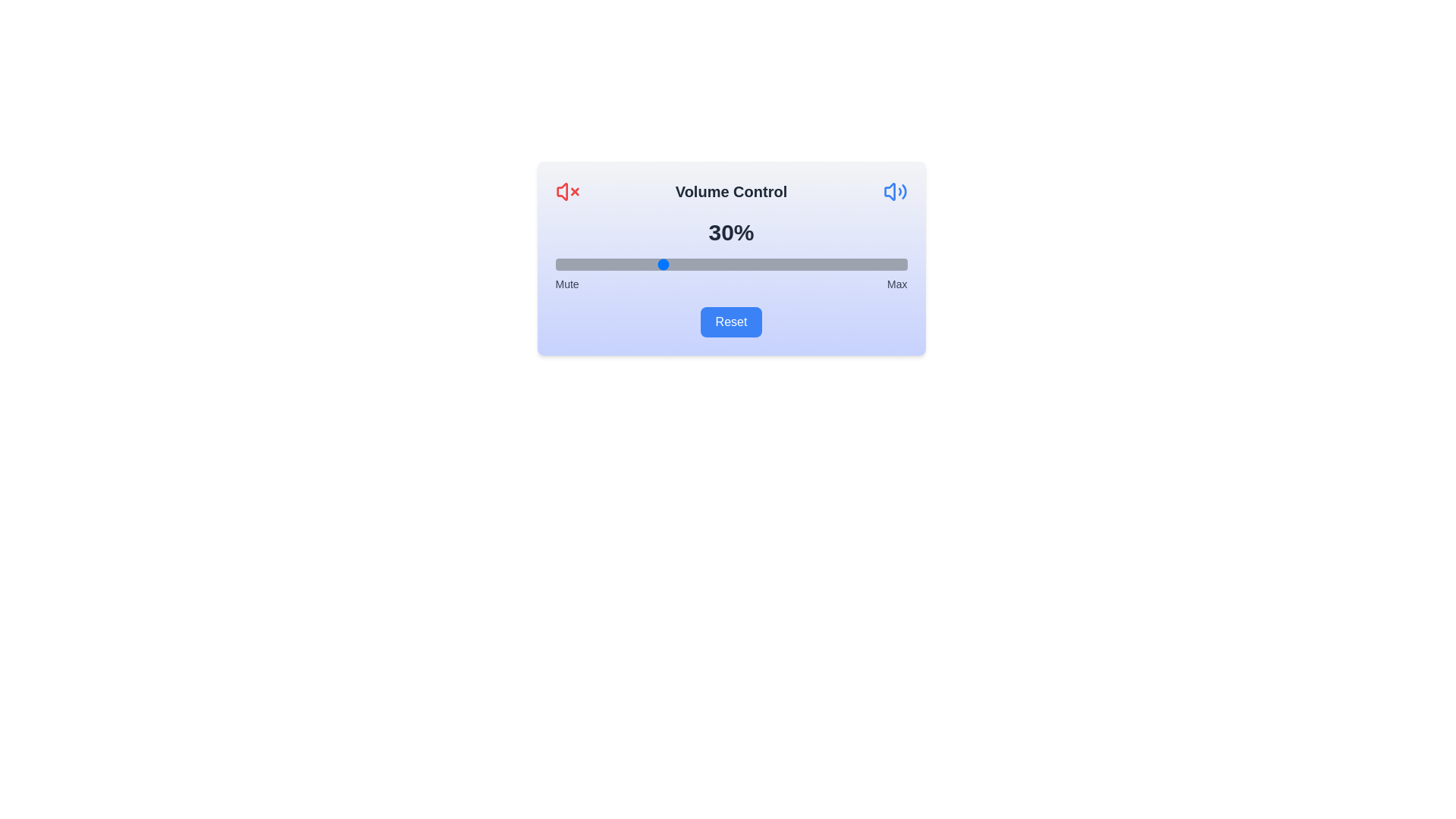  Describe the element at coordinates (738, 263) in the screenshot. I see `the volume slider to a specific percentage, 52` at that location.